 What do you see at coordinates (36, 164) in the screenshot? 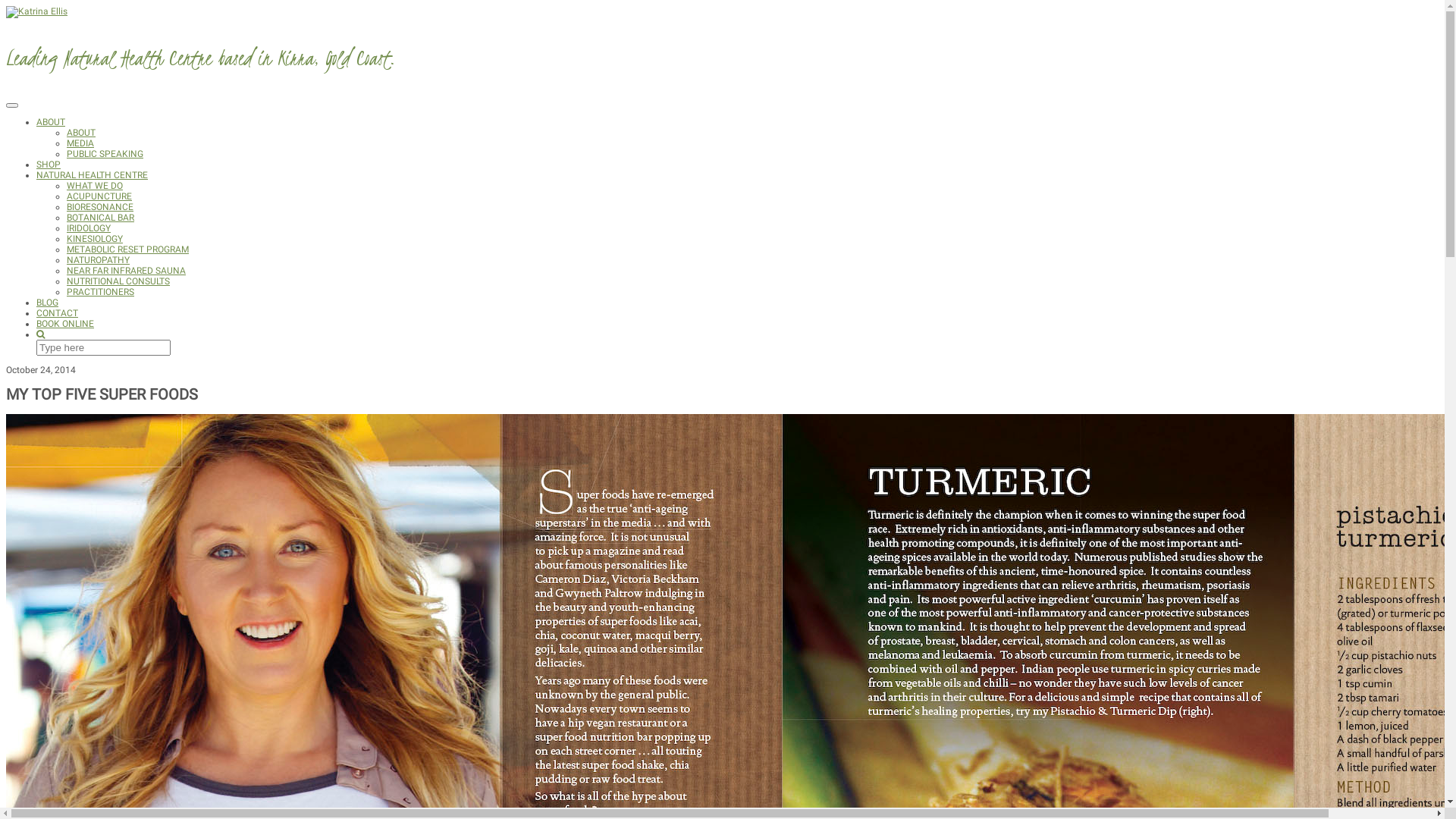
I see `'SHOP'` at bounding box center [36, 164].